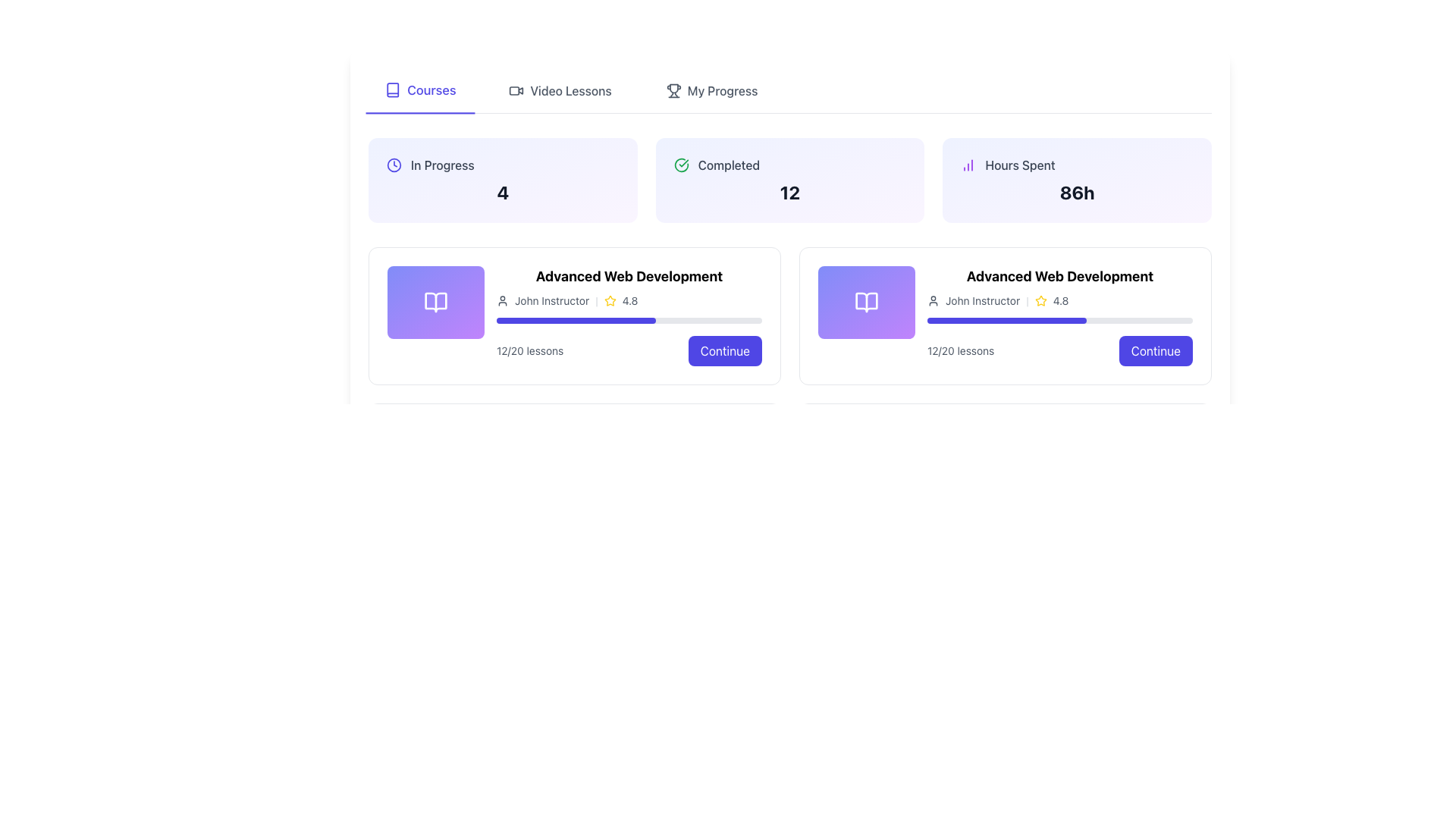 The width and height of the screenshot is (1456, 819). I want to click on the third navigation button in the header bar, which allows the user, so click(711, 90).